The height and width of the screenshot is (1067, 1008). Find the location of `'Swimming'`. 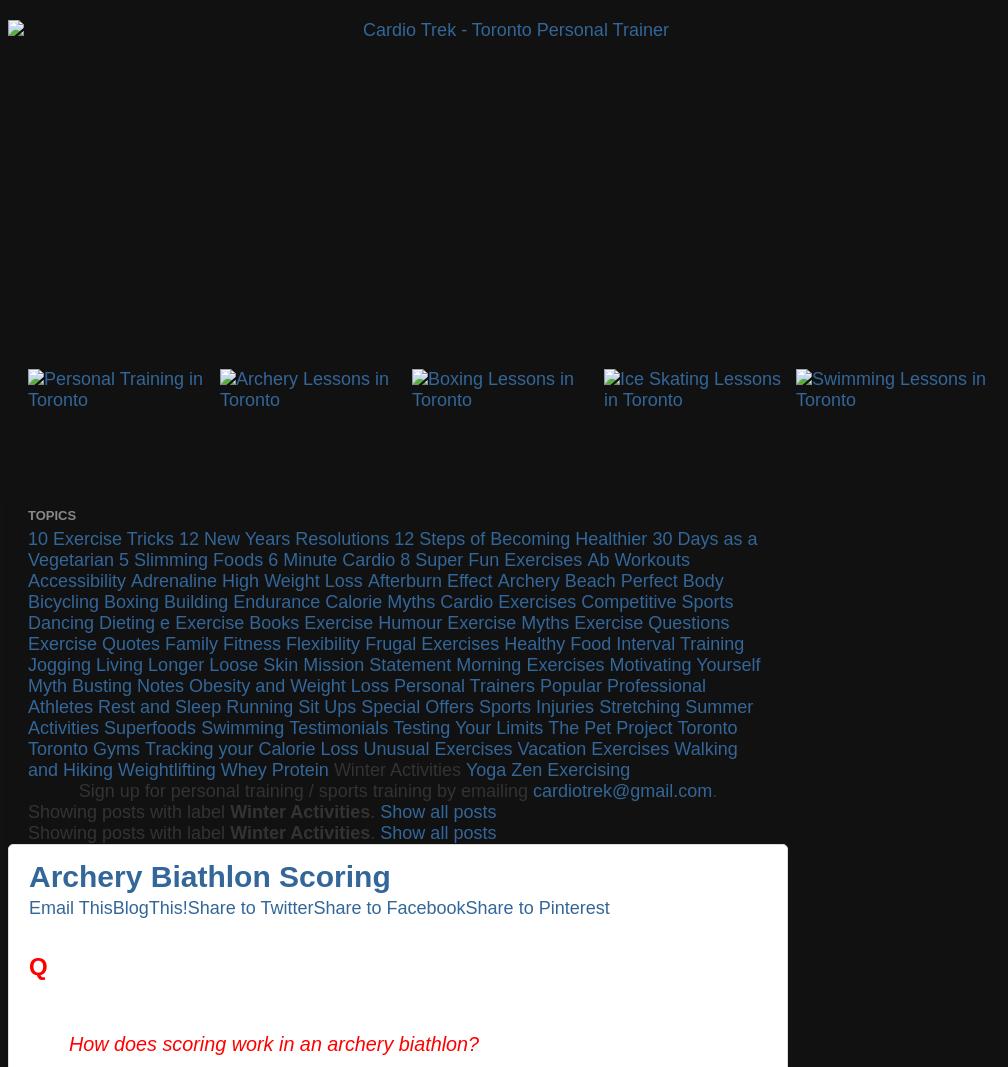

'Swimming' is located at coordinates (242, 727).